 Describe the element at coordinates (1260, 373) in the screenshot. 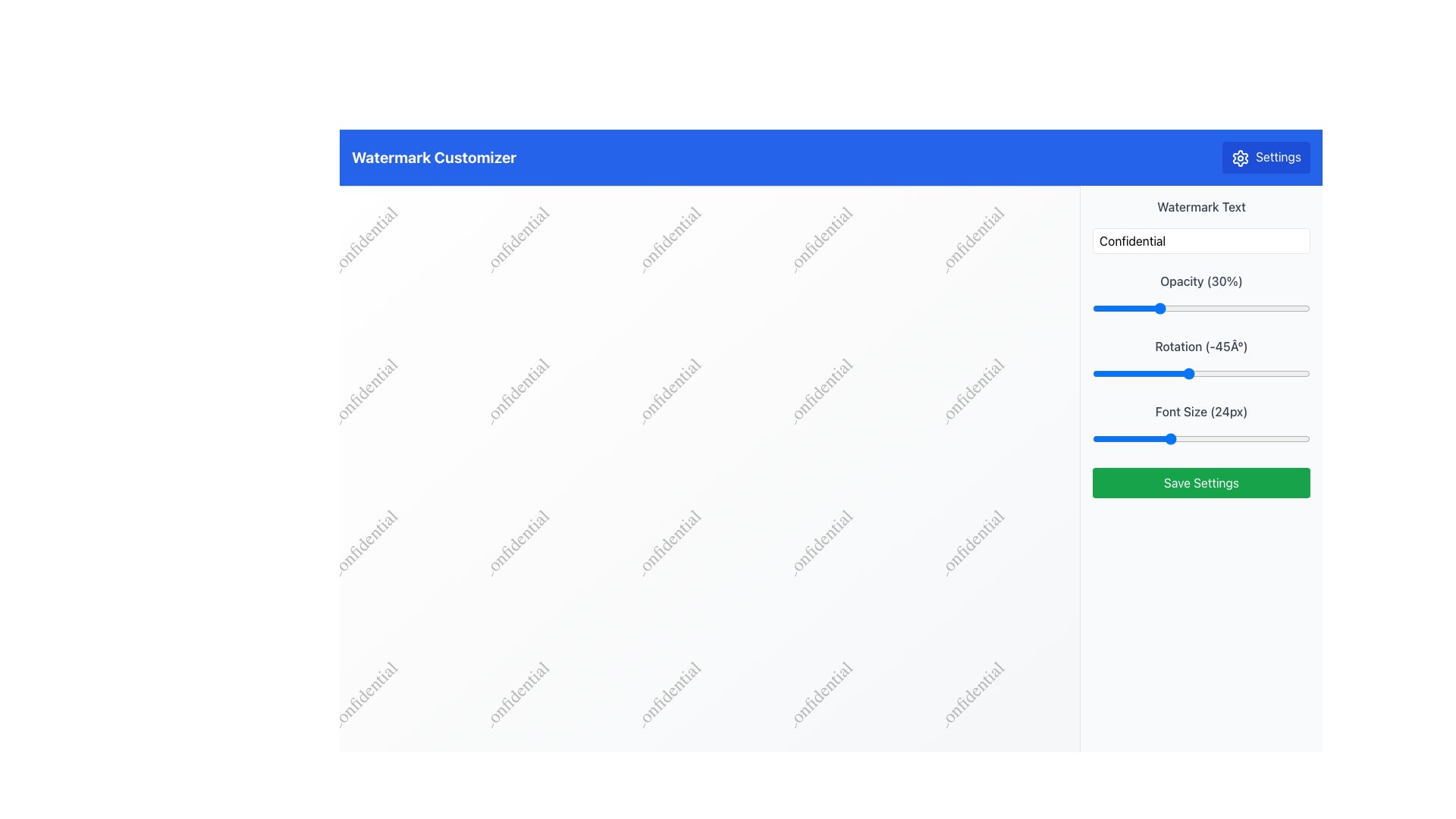

I see `rotation` at that location.